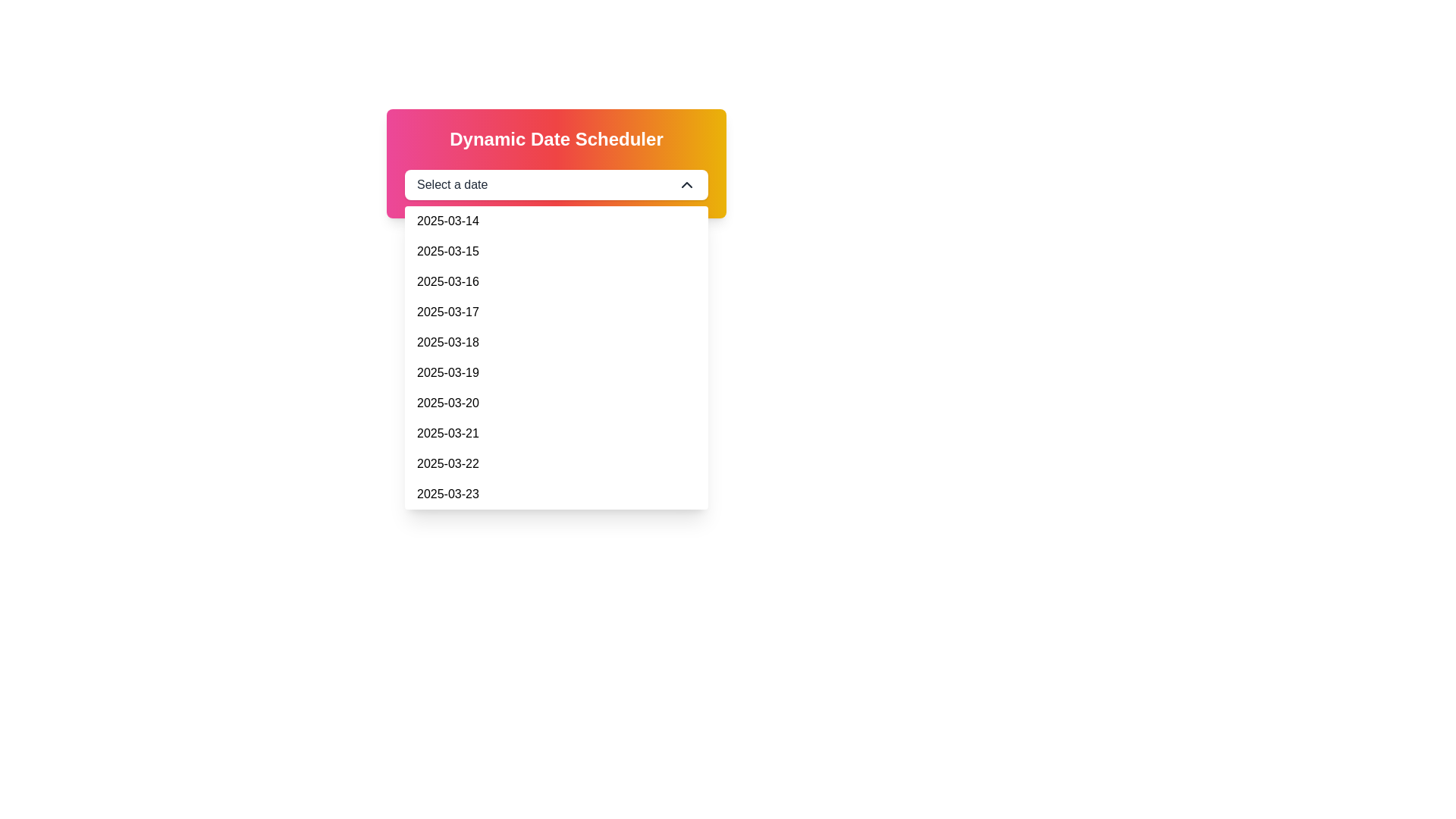 This screenshot has height=819, width=1456. I want to click on the label prompting the user to select a date in the 'Dynamic Date Scheduler' dropdown, which is centered horizontally in the dropdown's header section, so click(451, 184).